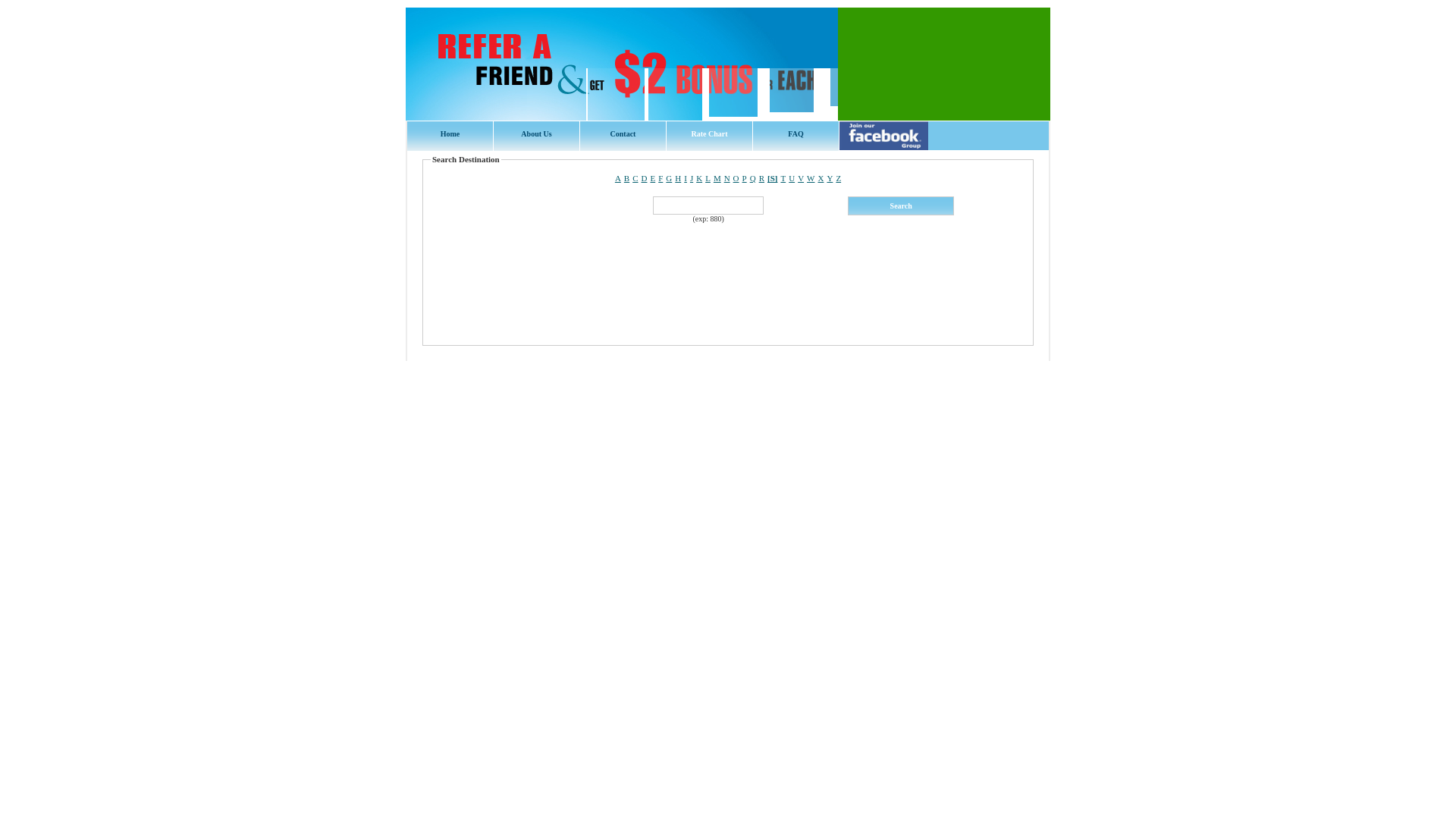 Image resolution: width=1456 pixels, height=819 pixels. Describe the element at coordinates (691, 177) in the screenshot. I see `'J'` at that location.